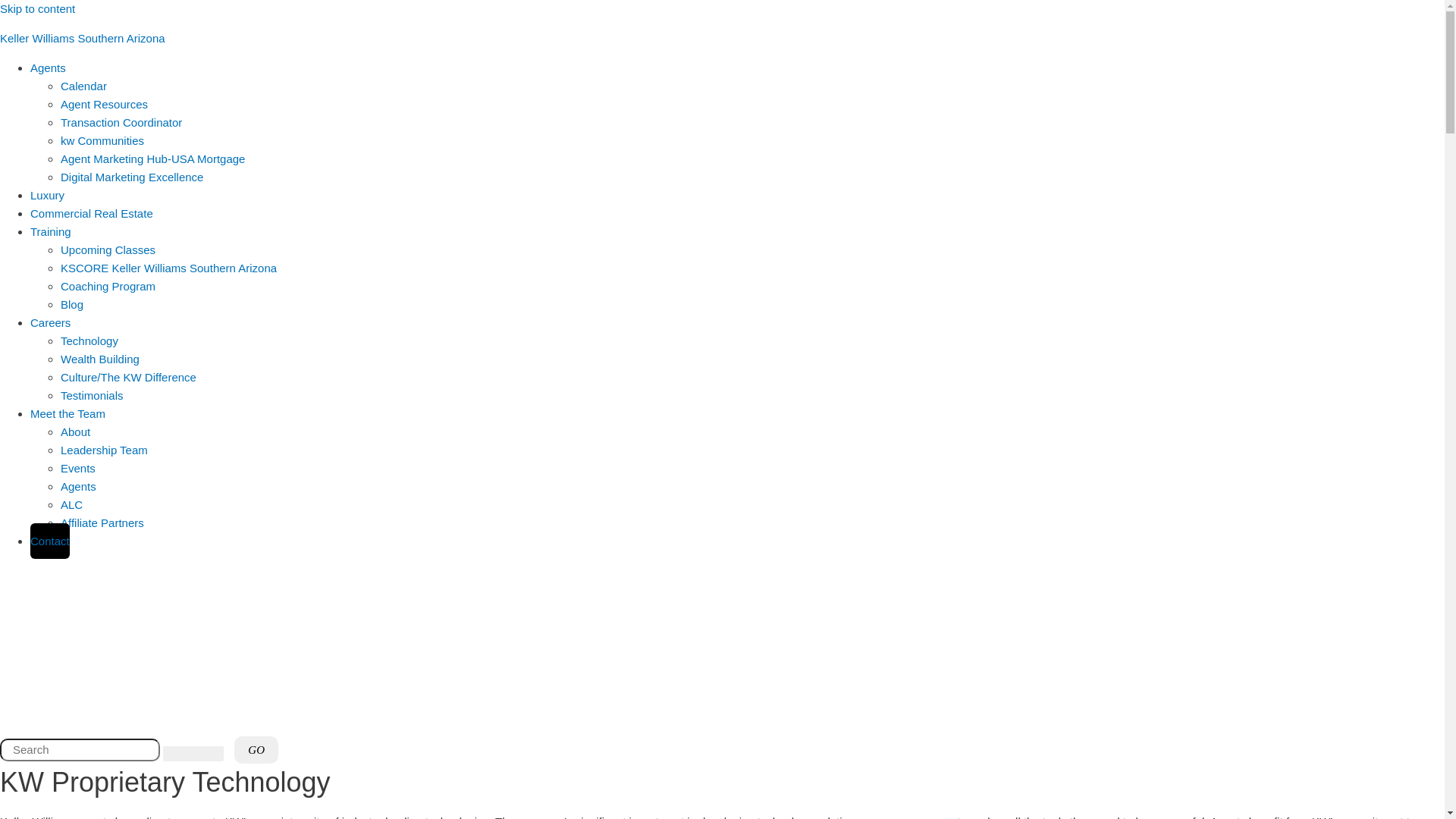 This screenshot has width=1456, height=819. Describe the element at coordinates (61, 140) in the screenshot. I see `'kw Communities'` at that location.